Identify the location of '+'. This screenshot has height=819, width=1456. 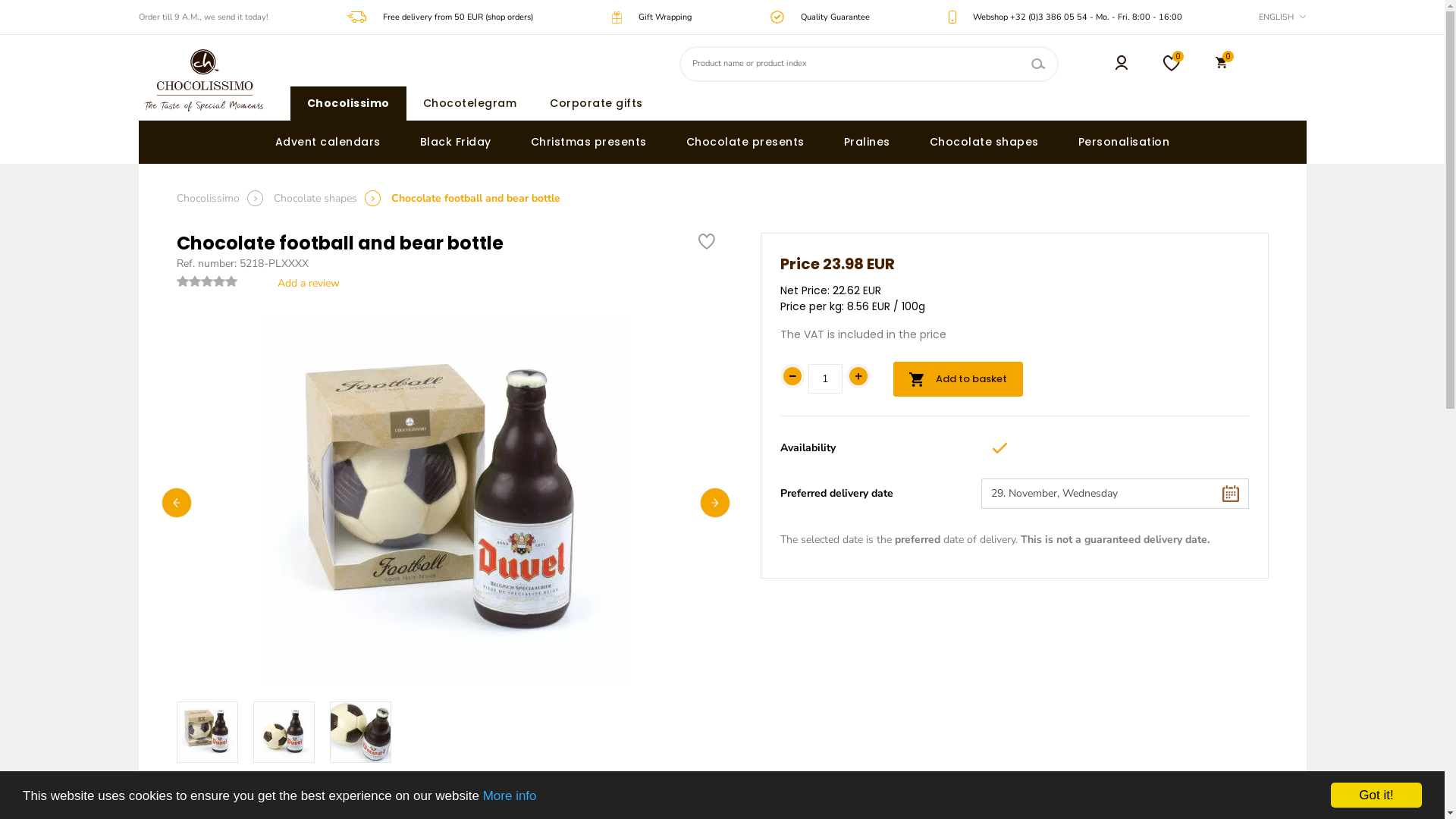
(858, 375).